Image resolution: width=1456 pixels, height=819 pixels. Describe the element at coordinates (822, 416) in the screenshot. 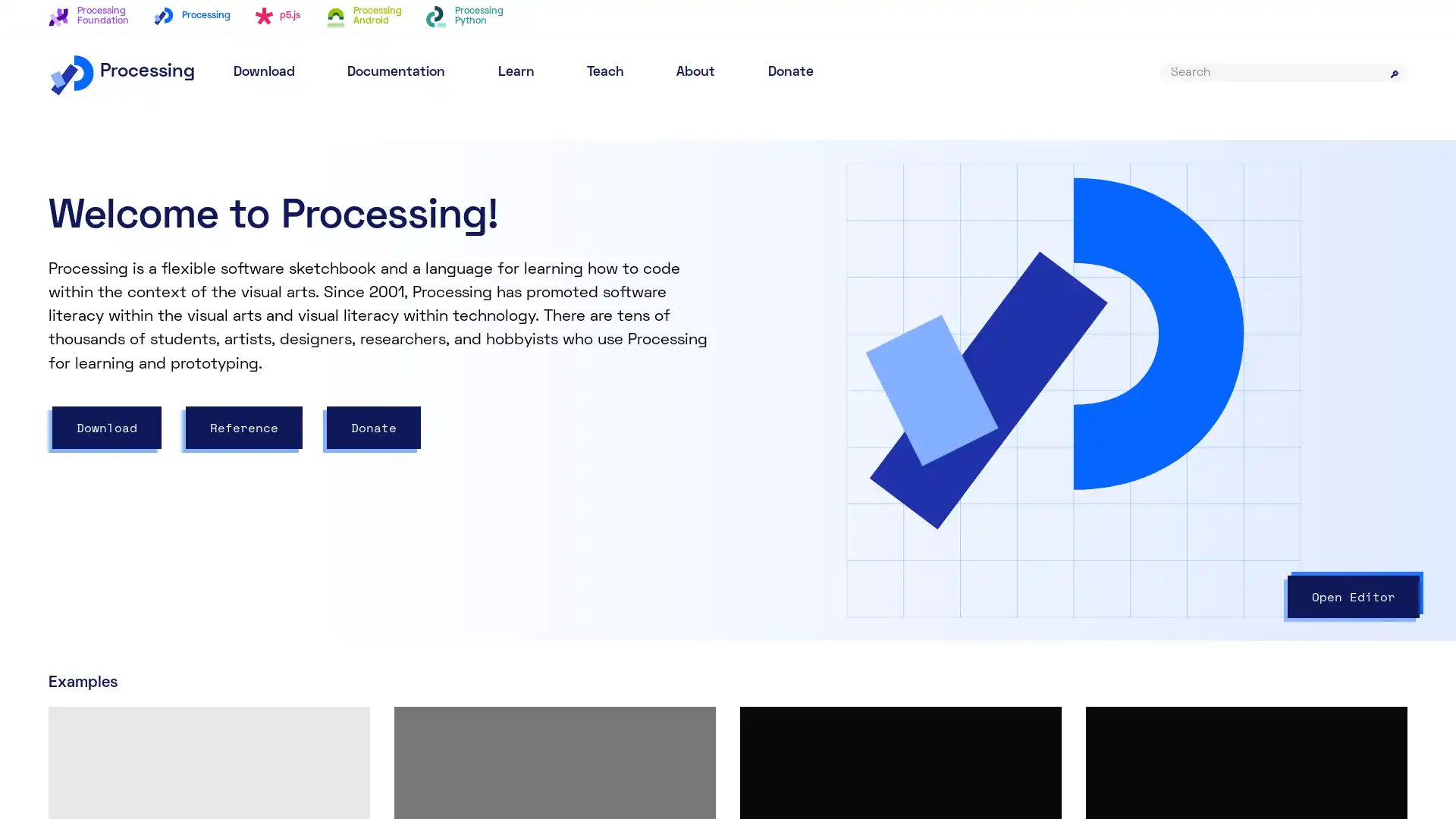

I see `change position` at that location.